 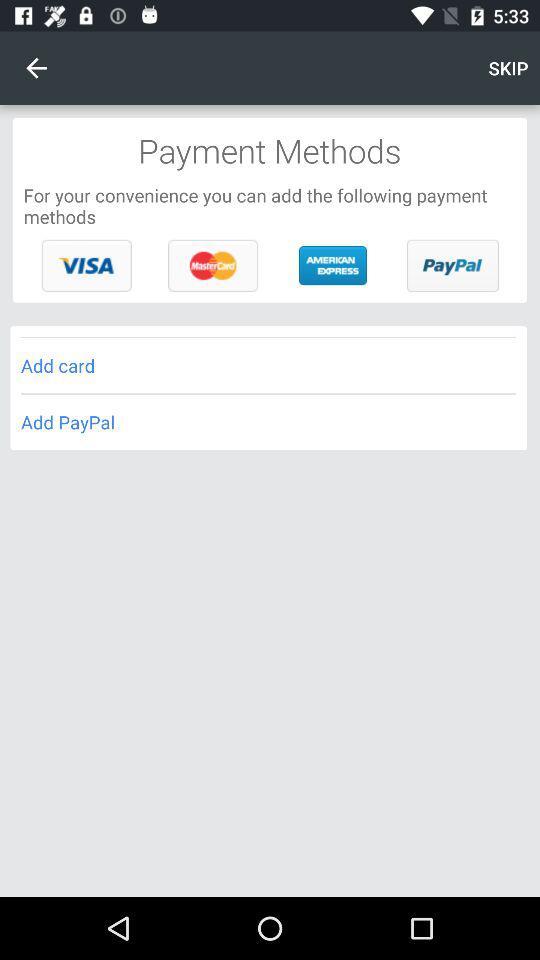 What do you see at coordinates (268, 422) in the screenshot?
I see `the add paypal icon` at bounding box center [268, 422].